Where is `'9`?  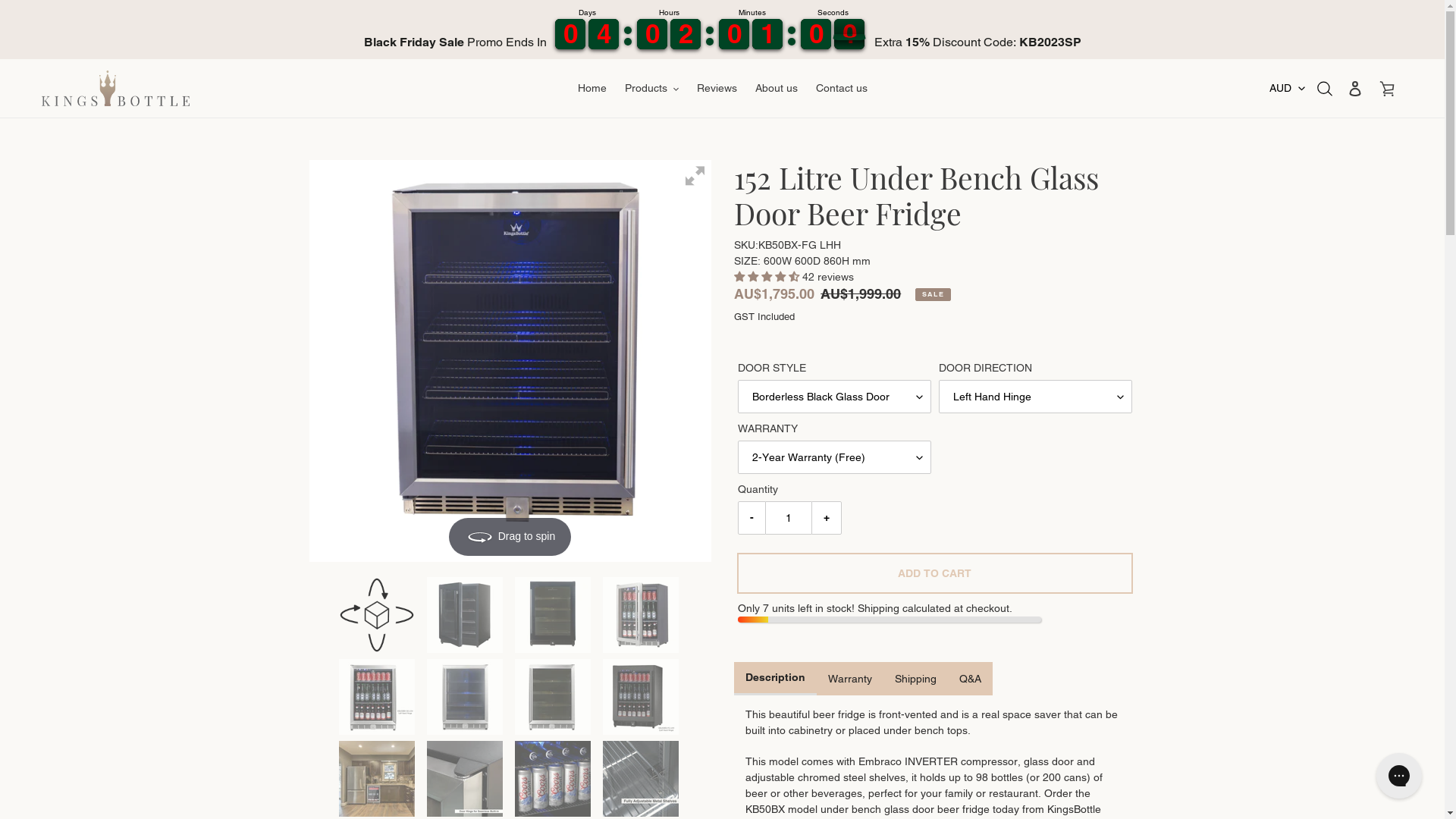 '9 is located at coordinates (718, 34).